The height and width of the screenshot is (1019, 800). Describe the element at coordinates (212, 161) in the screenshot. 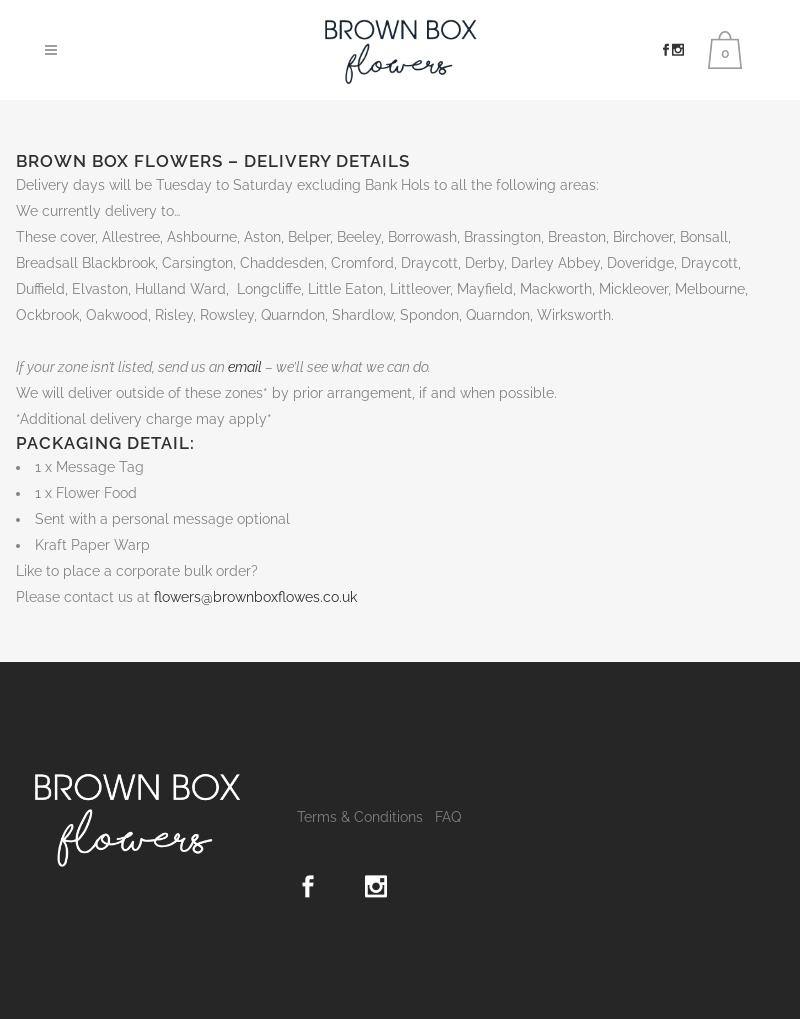

I see `'Brown Box Flowers – Delivery Details'` at that location.